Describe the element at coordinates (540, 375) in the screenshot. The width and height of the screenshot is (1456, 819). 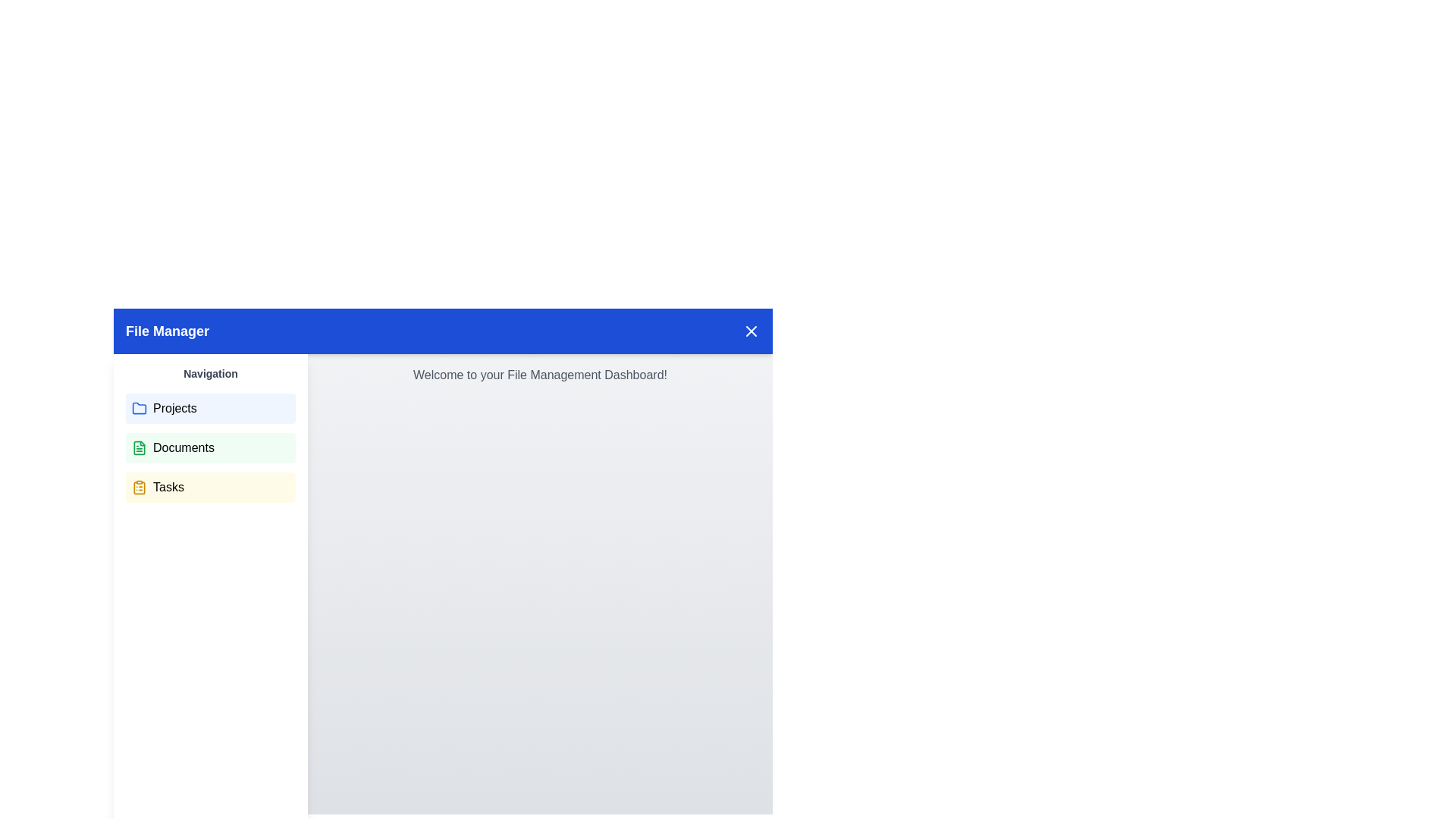
I see `welcome message text label located in the upper central region of the File Management Dashboard interface, directly below the blue header bar` at that location.